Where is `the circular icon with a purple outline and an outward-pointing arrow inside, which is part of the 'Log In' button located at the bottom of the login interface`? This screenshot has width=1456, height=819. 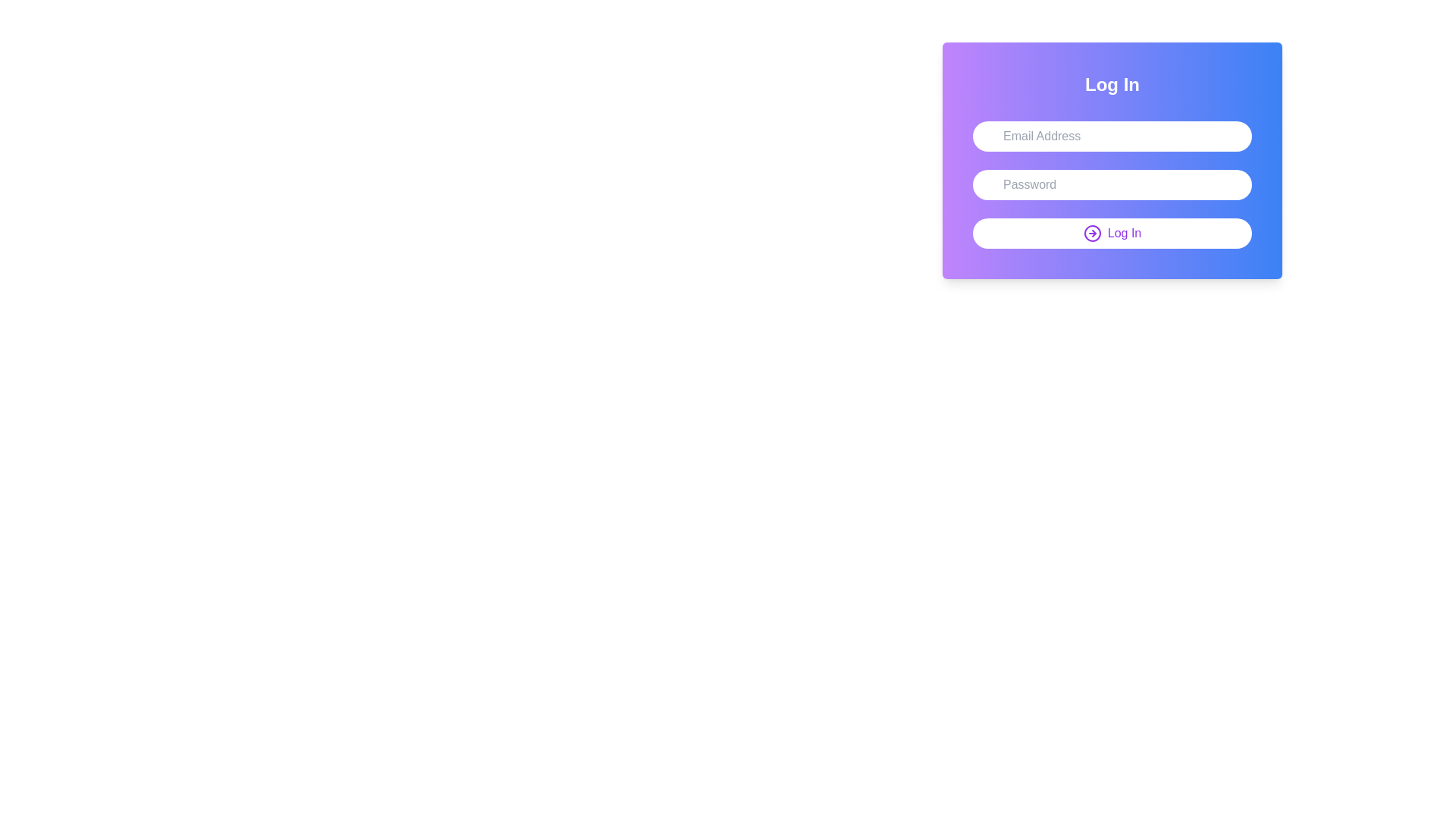
the circular icon with a purple outline and an outward-pointing arrow inside, which is part of the 'Log In' button located at the bottom of the login interface is located at coordinates (1092, 234).